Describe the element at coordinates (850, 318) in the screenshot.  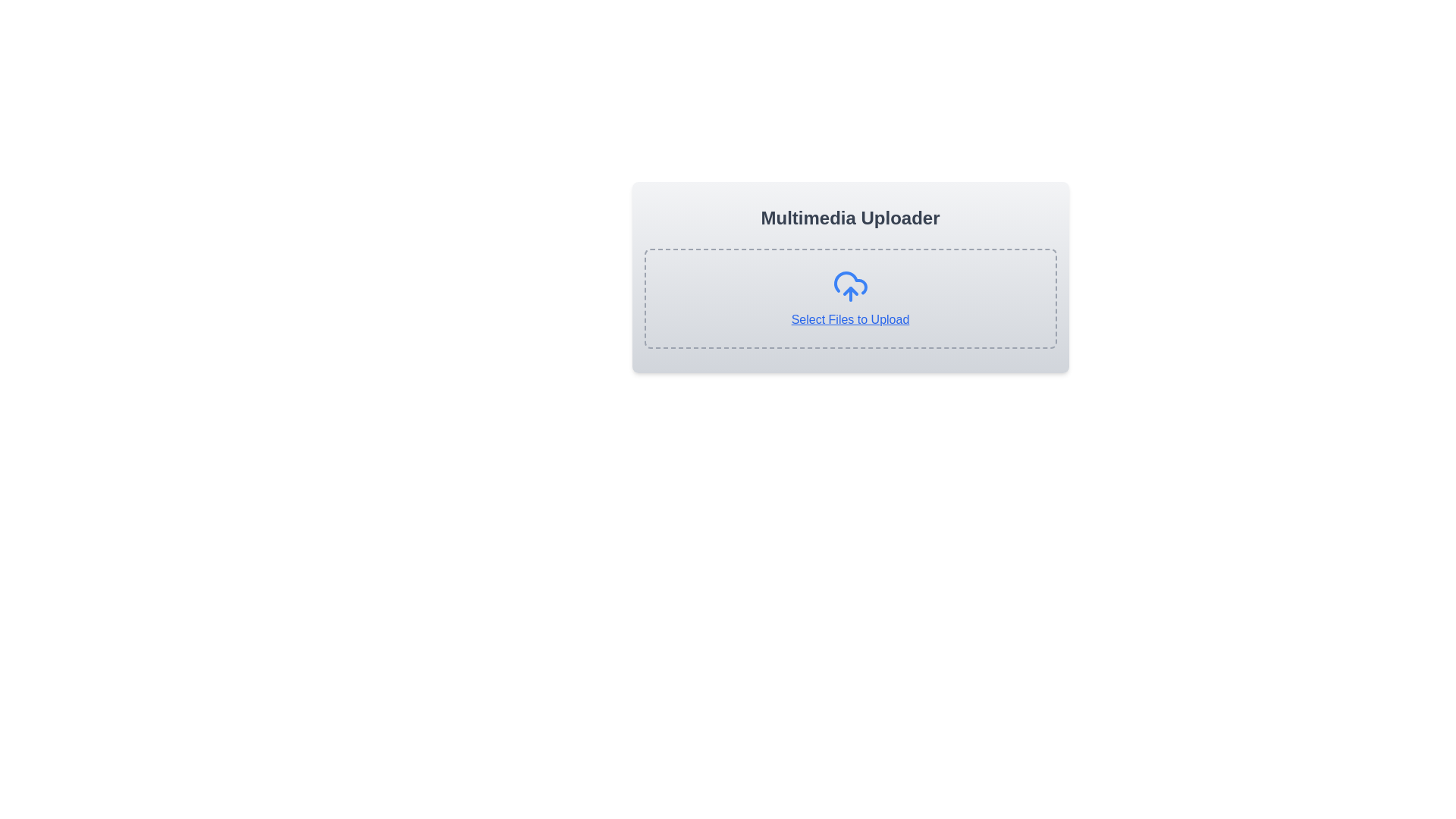
I see `the clickable link text at the center coordinates` at that location.